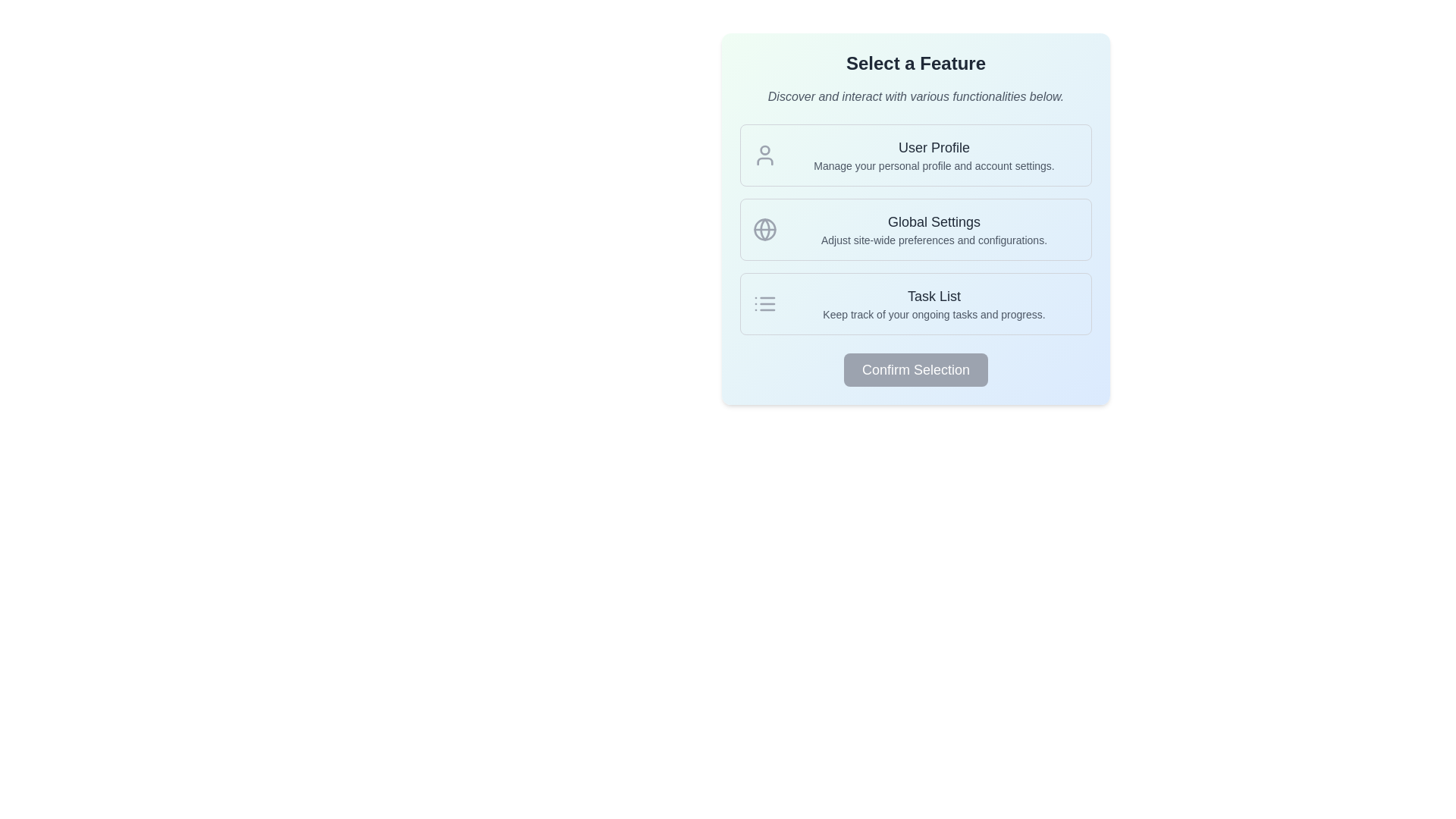 This screenshot has height=819, width=1456. I want to click on the hollow circular element representing the head in the User Profile icon located at the upper middle region of the icon, so click(764, 149).